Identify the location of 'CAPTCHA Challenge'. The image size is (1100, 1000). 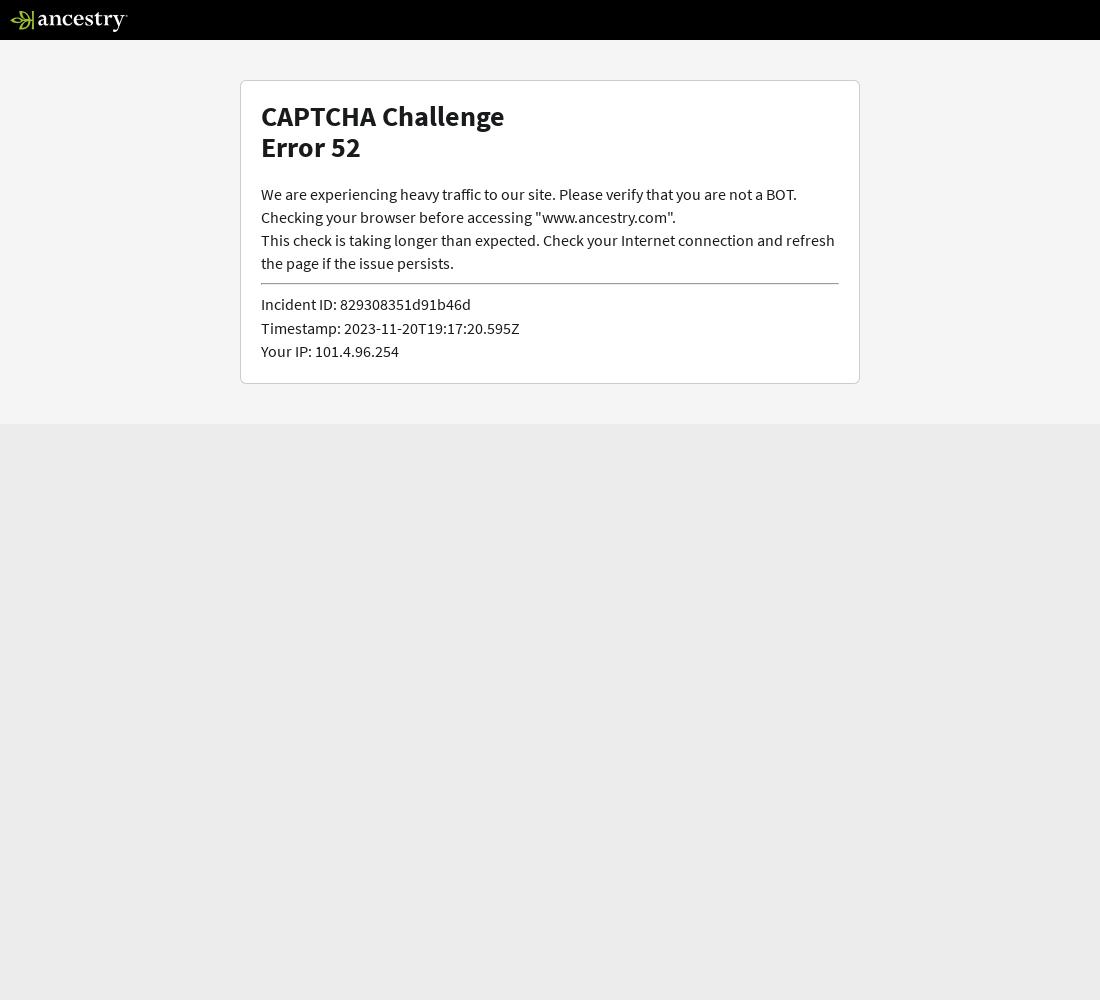
(383, 115).